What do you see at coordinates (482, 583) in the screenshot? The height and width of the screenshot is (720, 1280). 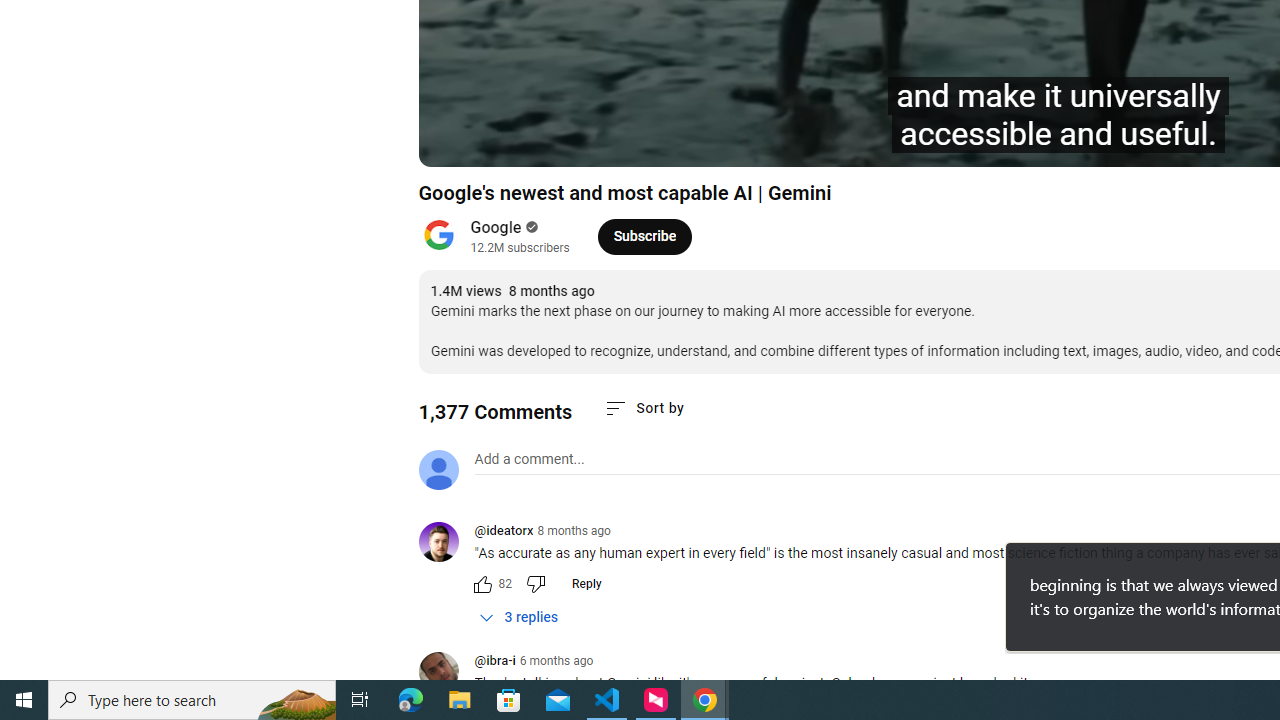 I see `'Like this comment along with 82 other people'` at bounding box center [482, 583].